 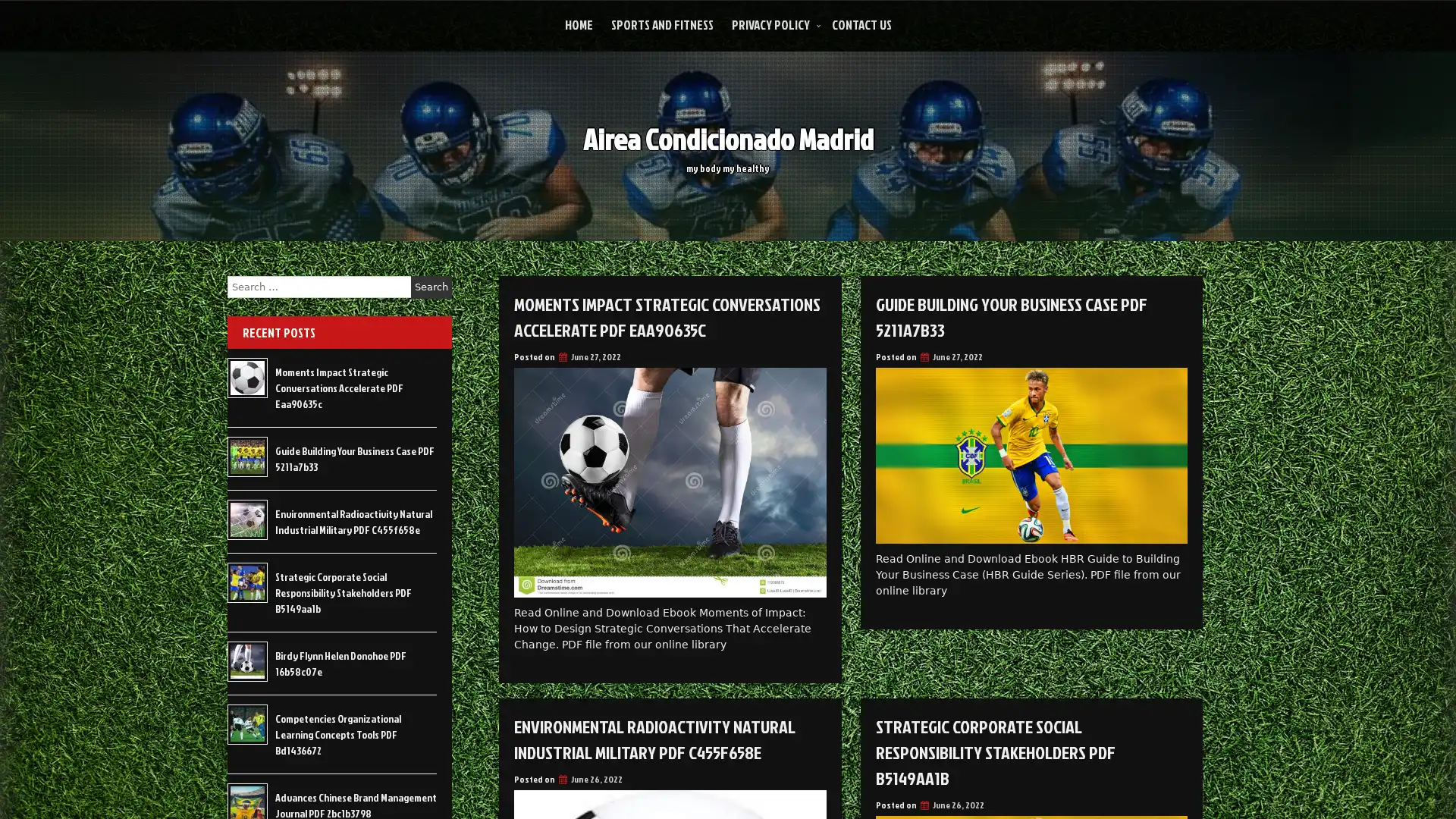 I want to click on Search, so click(x=431, y=287).